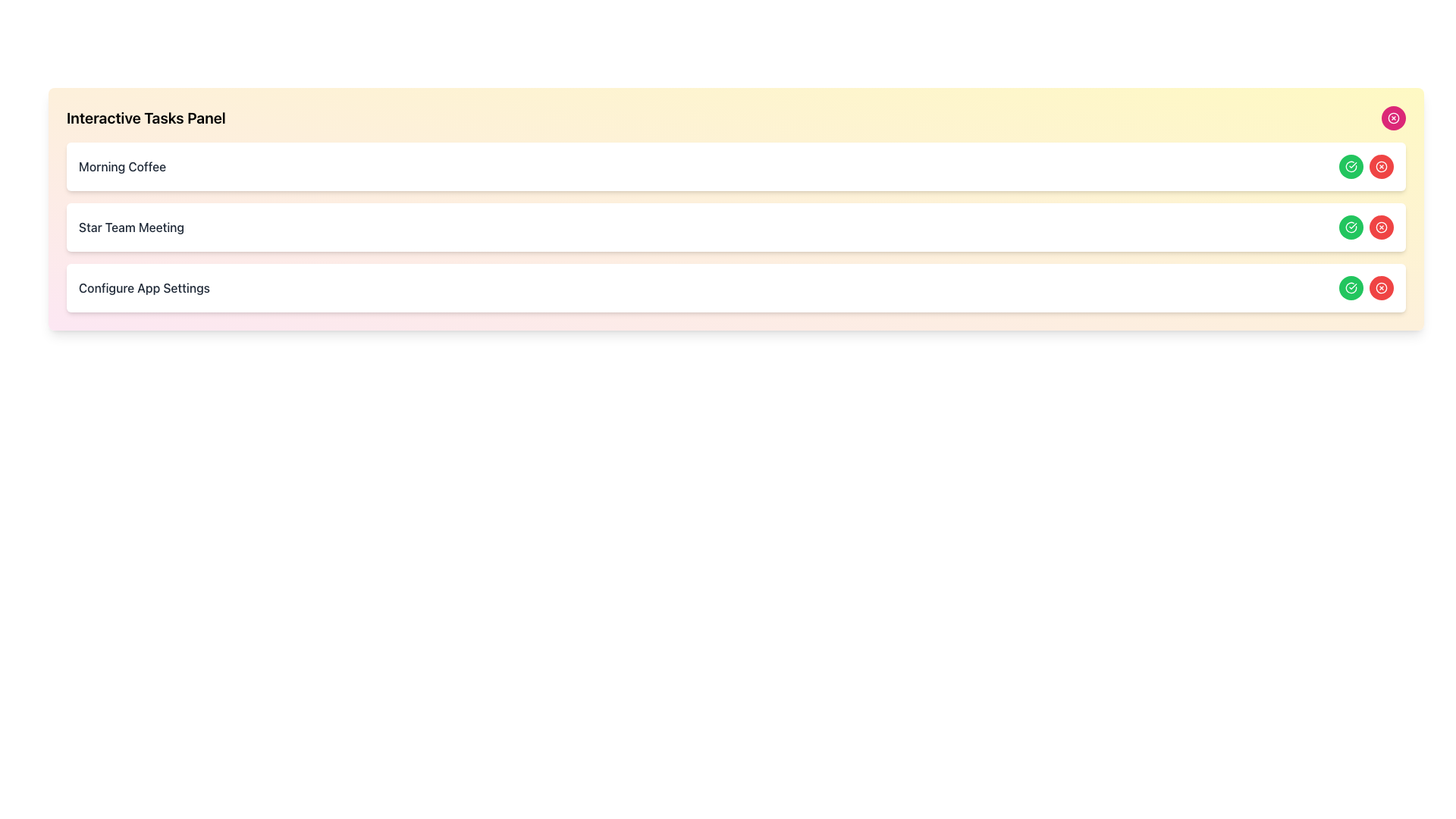 This screenshot has height=819, width=1456. I want to click on the 'Star Team Meeting' text label, so click(131, 227).